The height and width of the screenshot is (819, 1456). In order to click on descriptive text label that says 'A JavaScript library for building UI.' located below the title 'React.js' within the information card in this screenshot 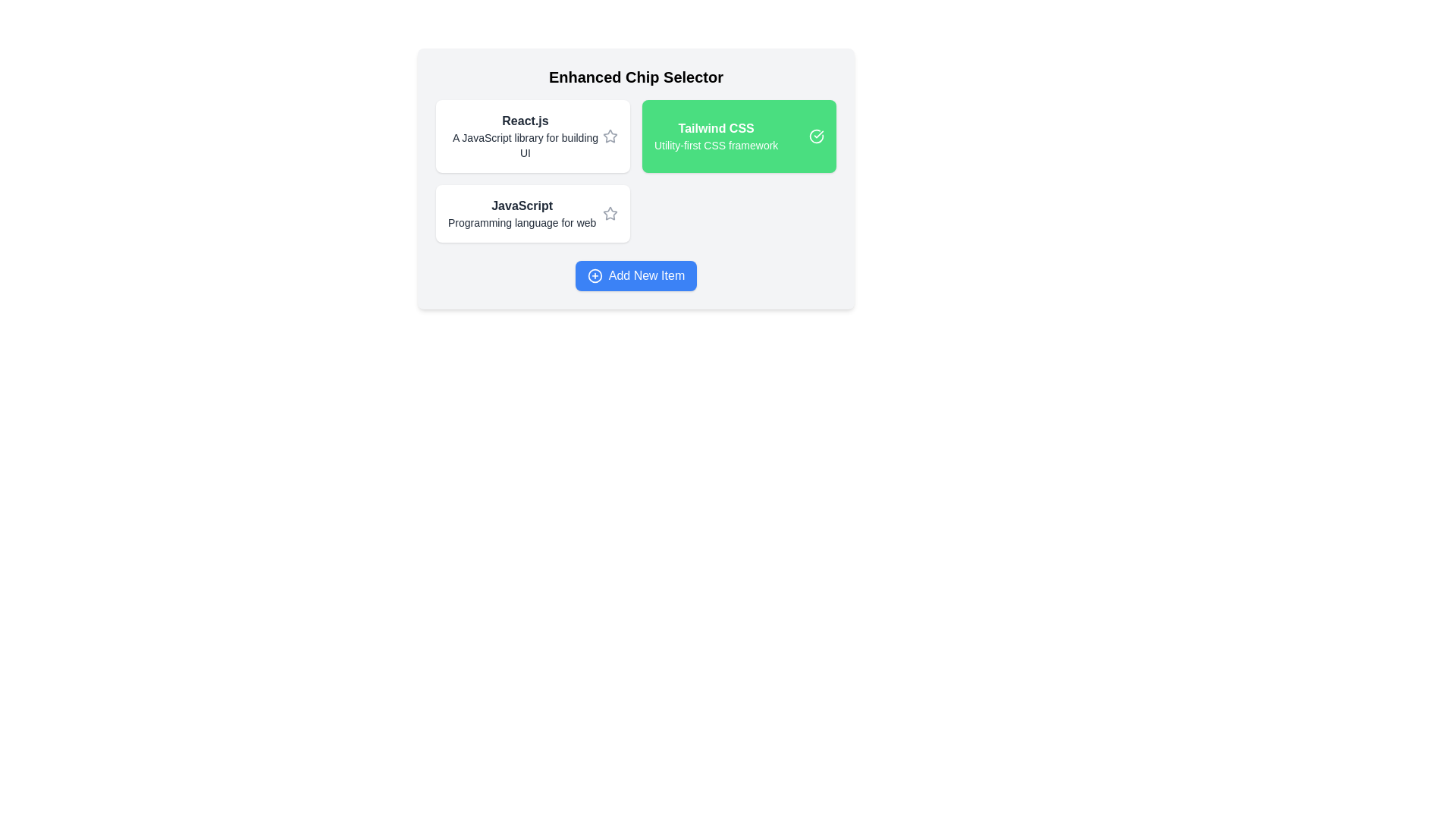, I will do `click(525, 146)`.